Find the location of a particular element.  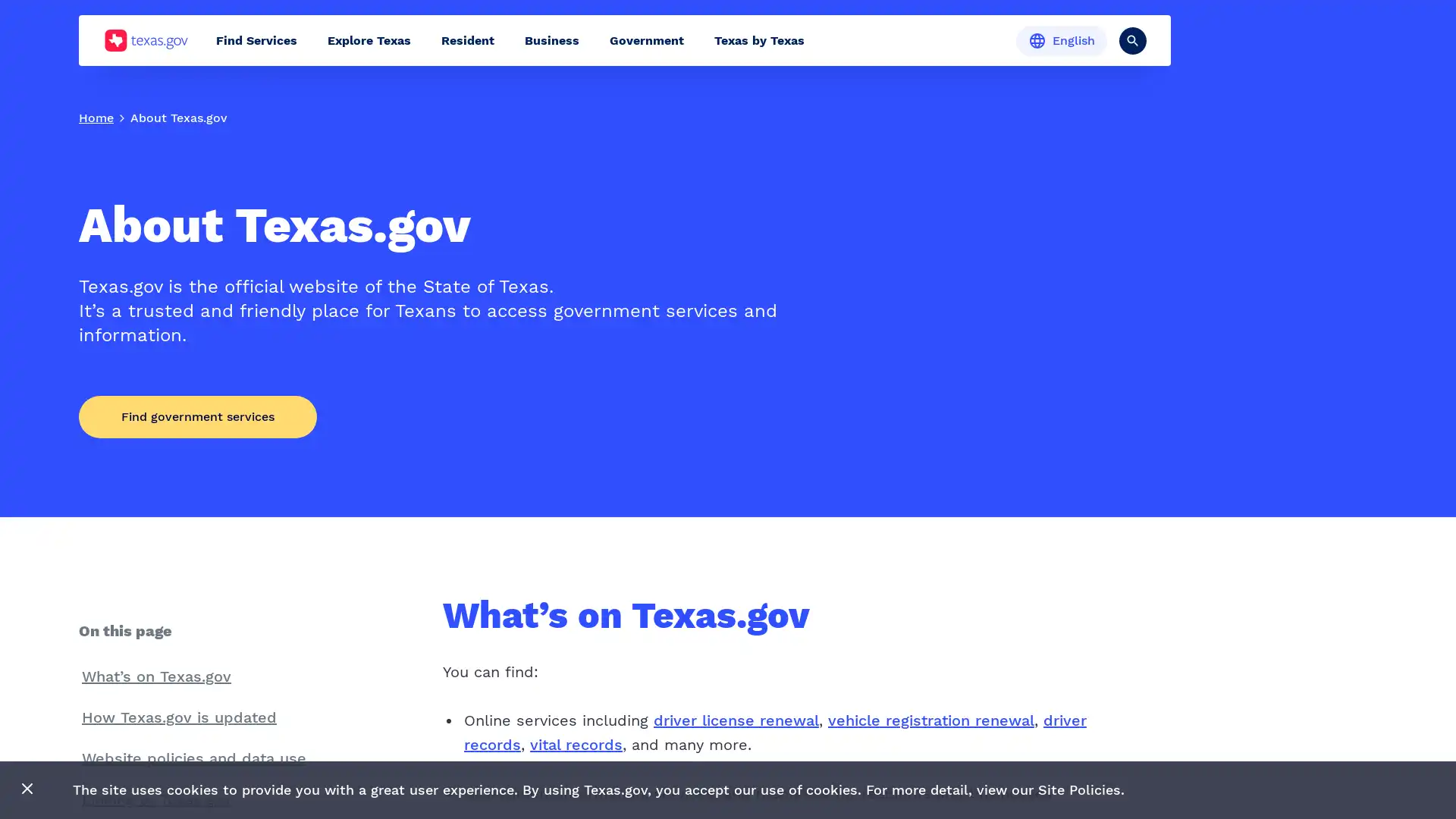

Explore Texas is located at coordinates (369, 39).